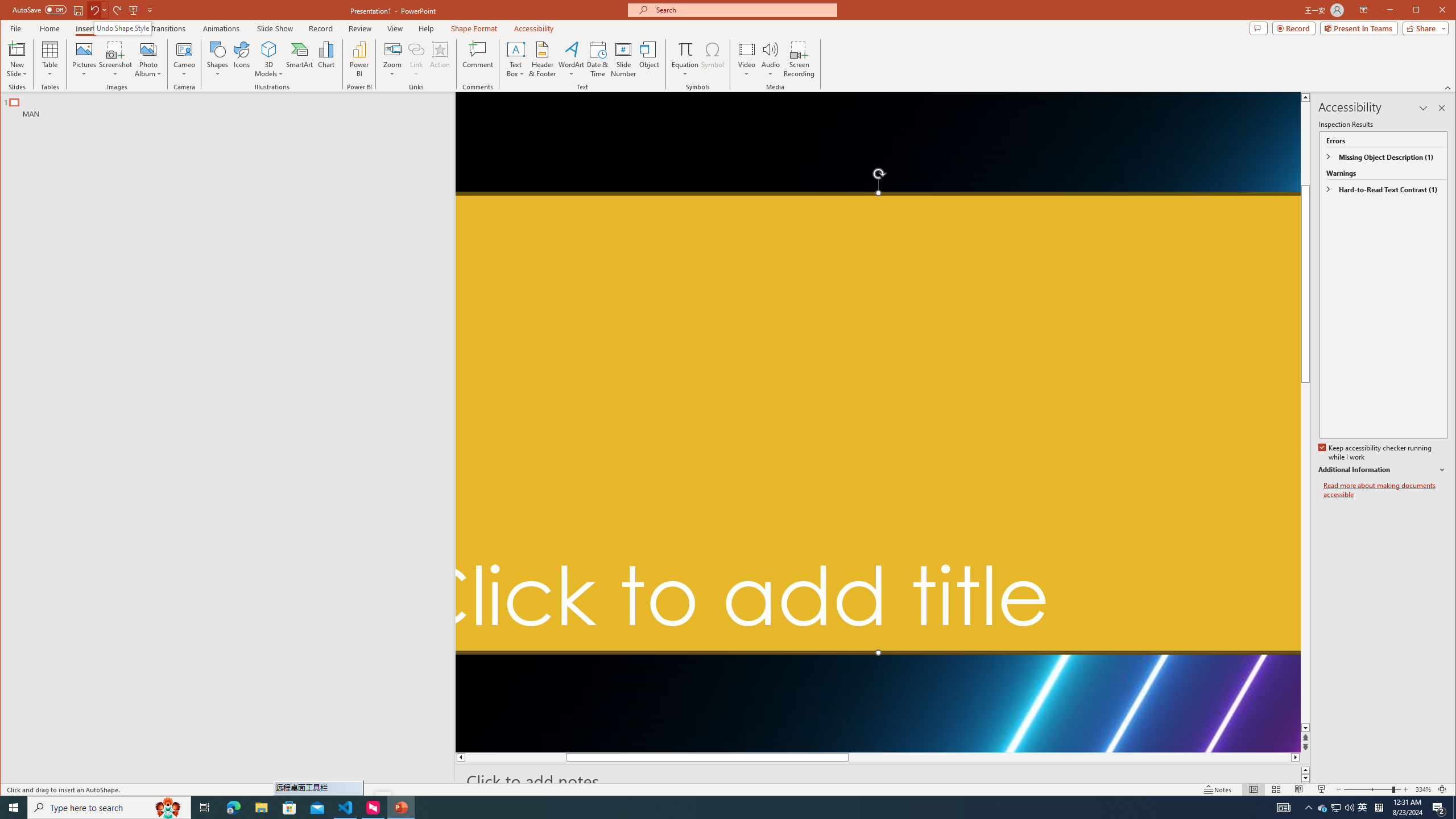 This screenshot has width=1456, height=819. Describe the element at coordinates (14, 806) in the screenshot. I see `'Start'` at that location.